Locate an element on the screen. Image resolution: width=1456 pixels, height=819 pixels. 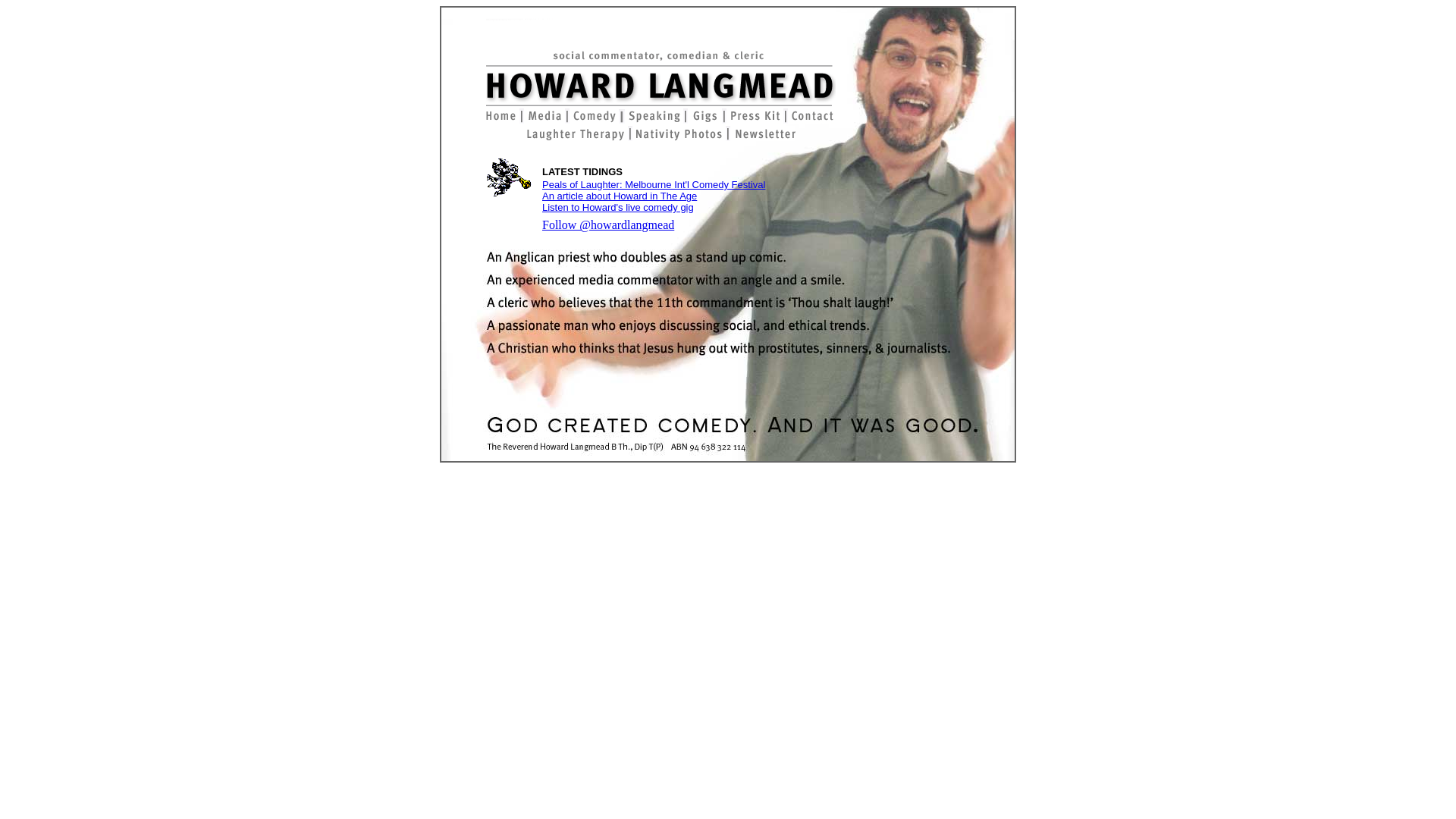
'Follow @howardlangmead' is located at coordinates (607, 224).